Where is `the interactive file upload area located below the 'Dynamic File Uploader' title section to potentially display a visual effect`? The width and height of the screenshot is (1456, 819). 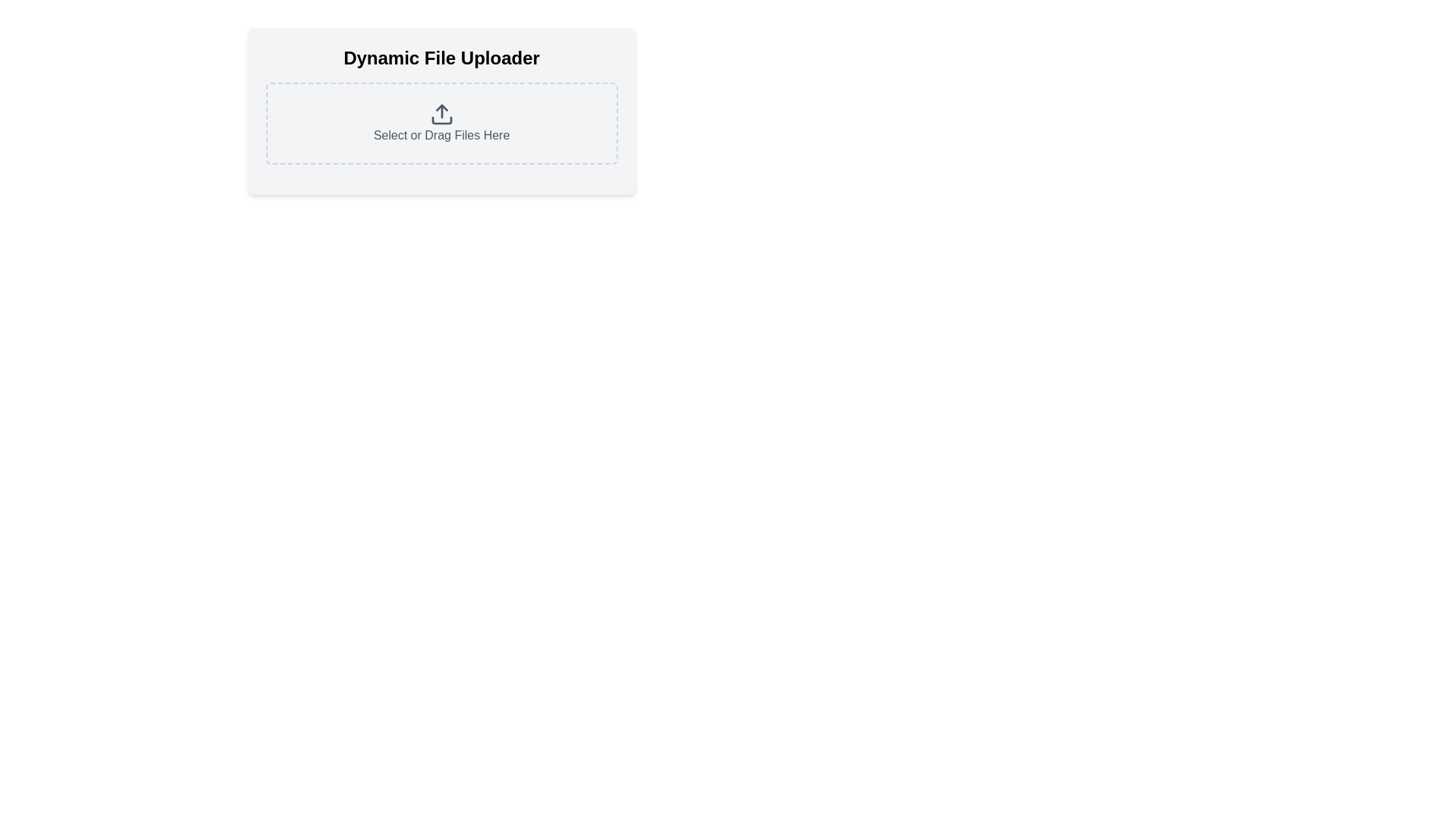 the interactive file upload area located below the 'Dynamic File Uploader' title section to potentially display a visual effect is located at coordinates (441, 110).